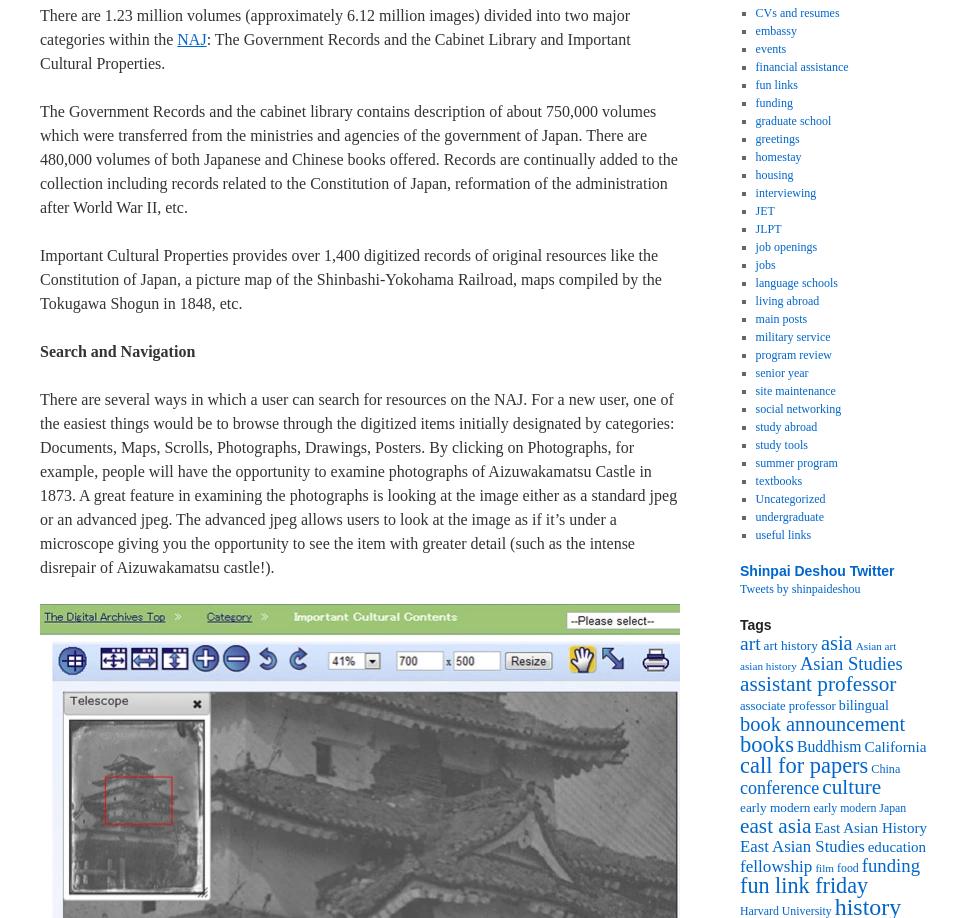  Describe the element at coordinates (847, 866) in the screenshot. I see `'food'` at that location.